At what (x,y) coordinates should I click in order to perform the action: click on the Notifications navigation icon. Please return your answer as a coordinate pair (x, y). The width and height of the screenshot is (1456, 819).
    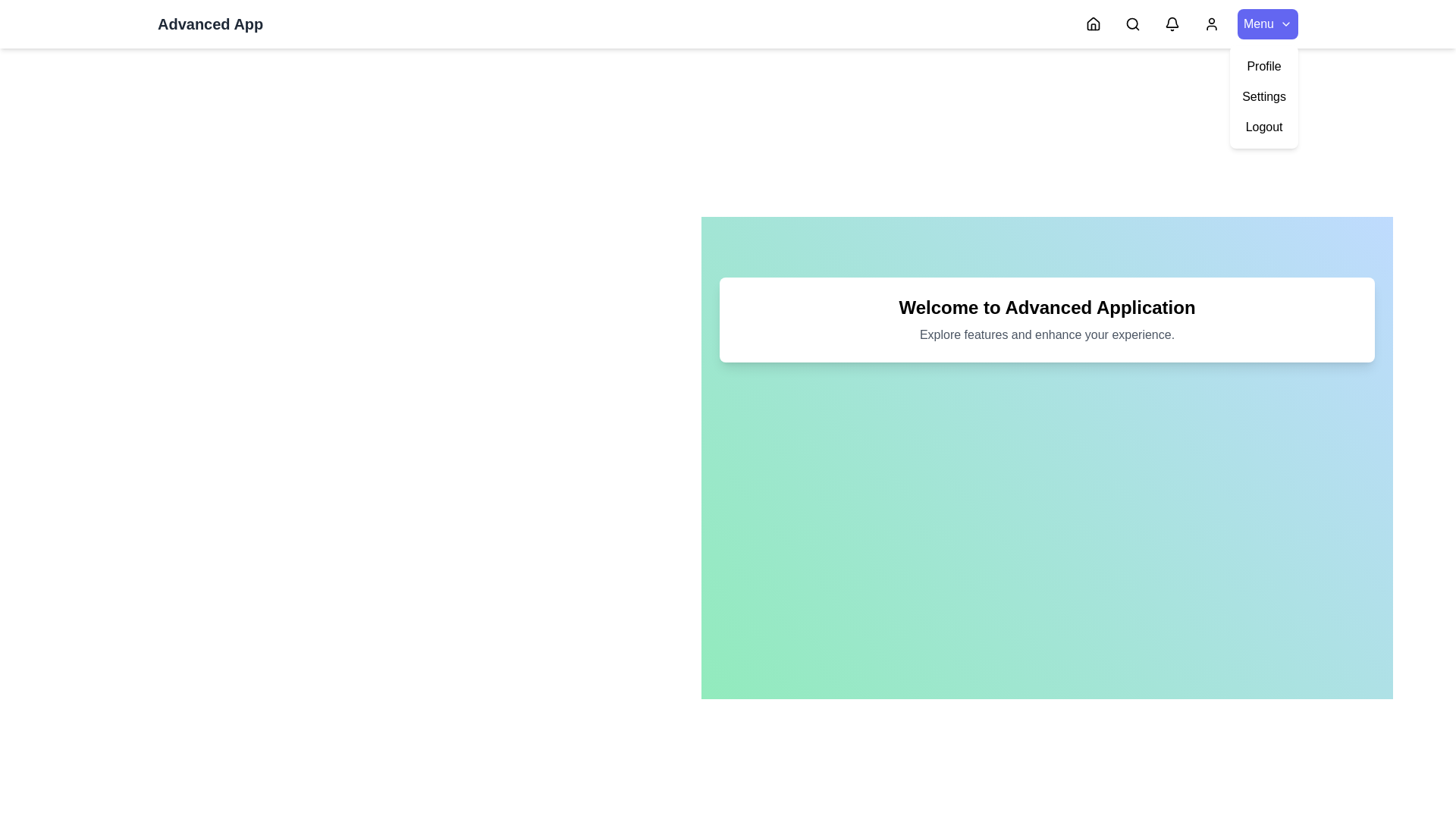
    Looking at the image, I should click on (1171, 24).